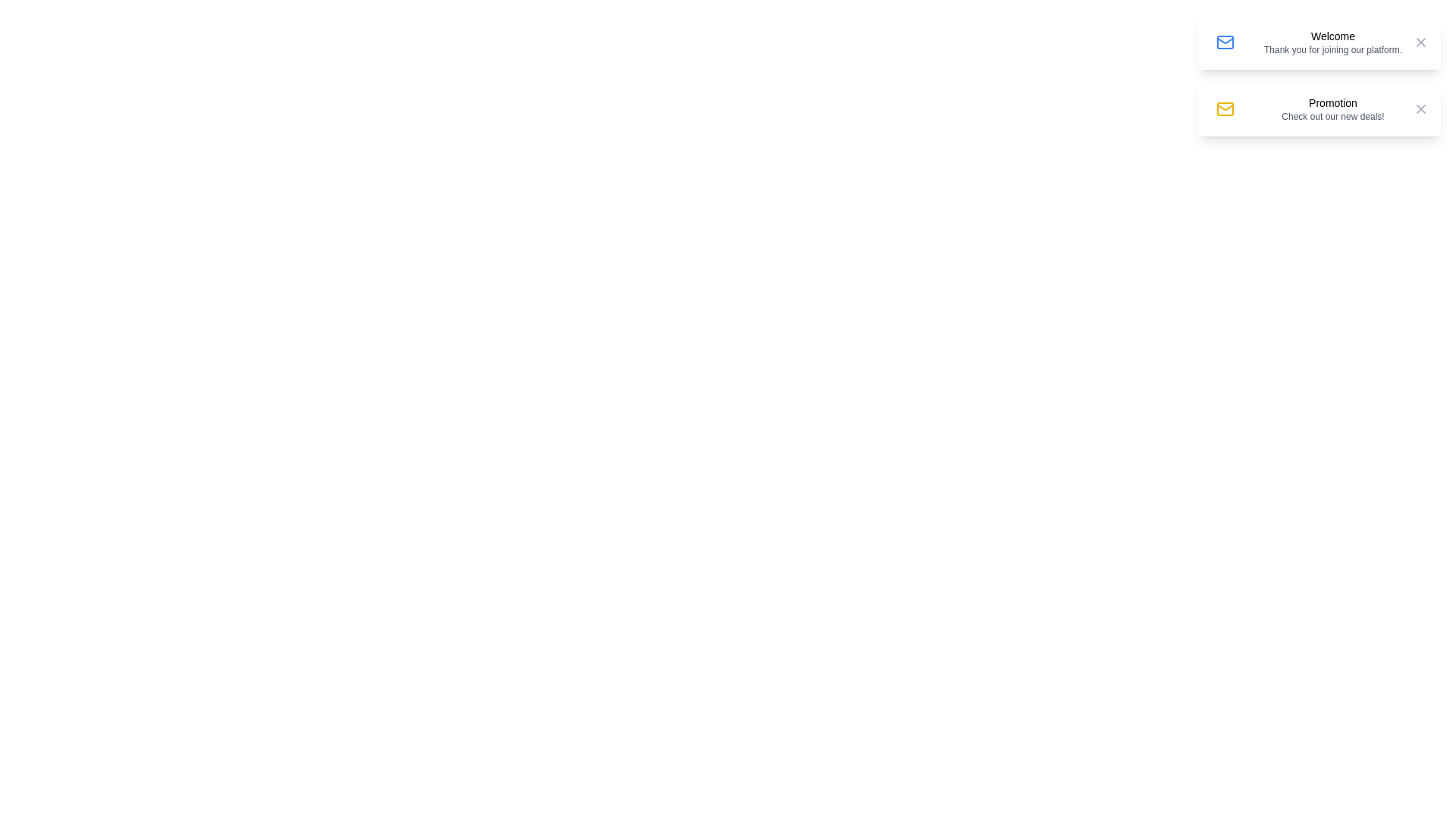 The height and width of the screenshot is (819, 1456). Describe the element at coordinates (1225, 108) in the screenshot. I see `the mail or message notification icon located within the 'Promotion' notification card, positioned to the left of the text content` at that location.